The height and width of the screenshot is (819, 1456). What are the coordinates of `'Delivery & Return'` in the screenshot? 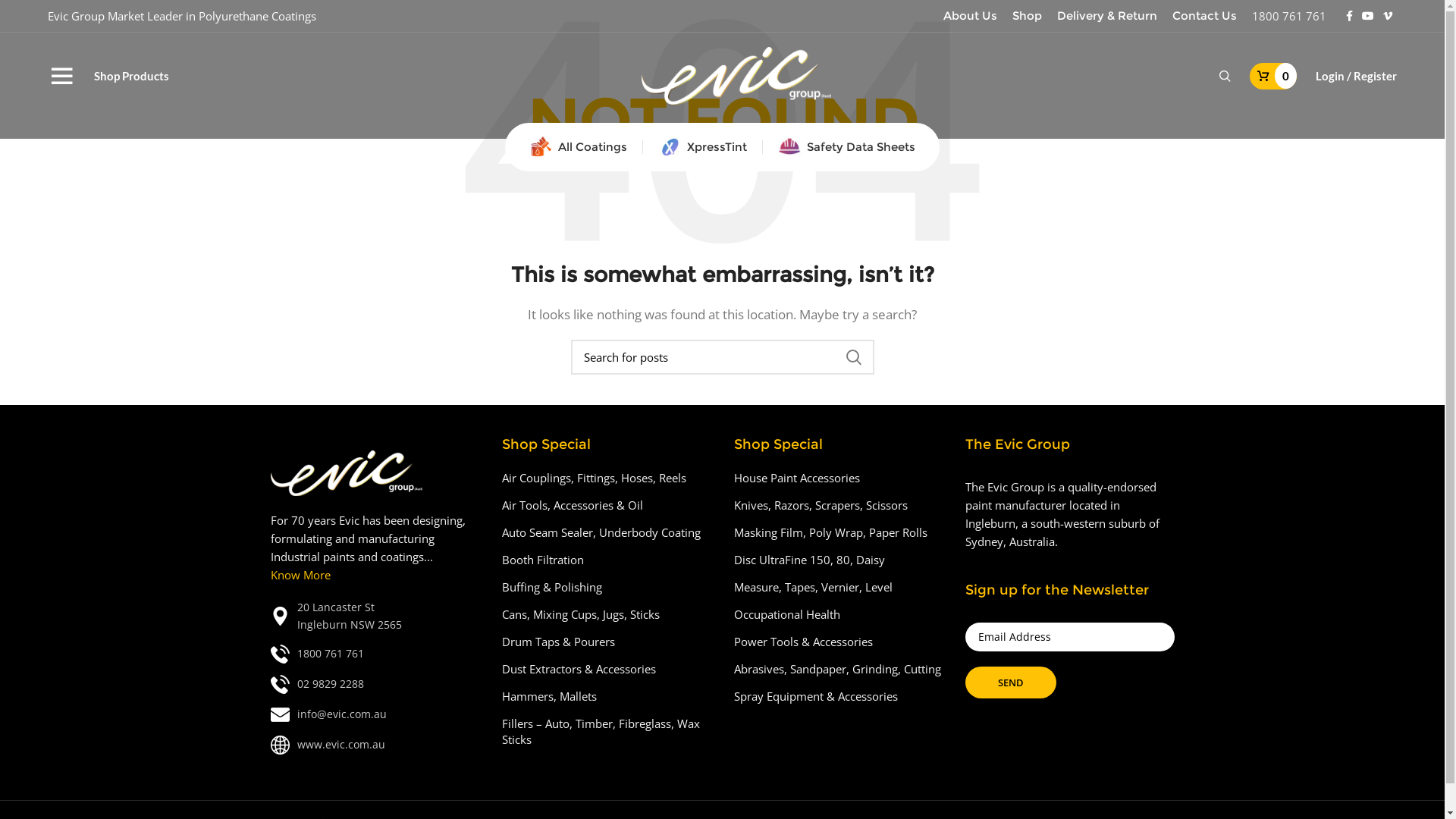 It's located at (1106, 15).